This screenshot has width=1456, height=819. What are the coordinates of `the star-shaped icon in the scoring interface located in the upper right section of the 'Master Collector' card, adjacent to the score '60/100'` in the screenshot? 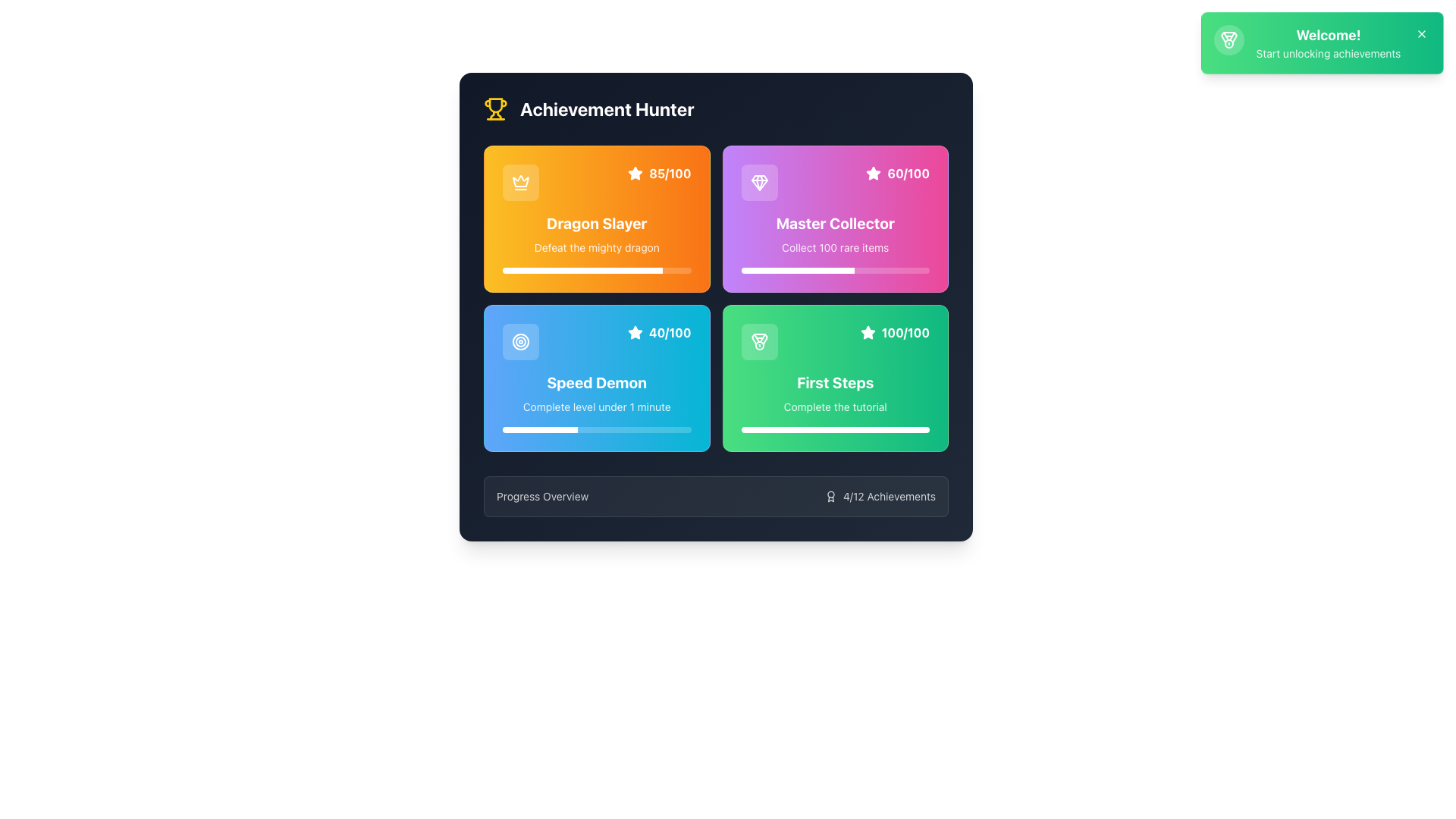 It's located at (874, 172).